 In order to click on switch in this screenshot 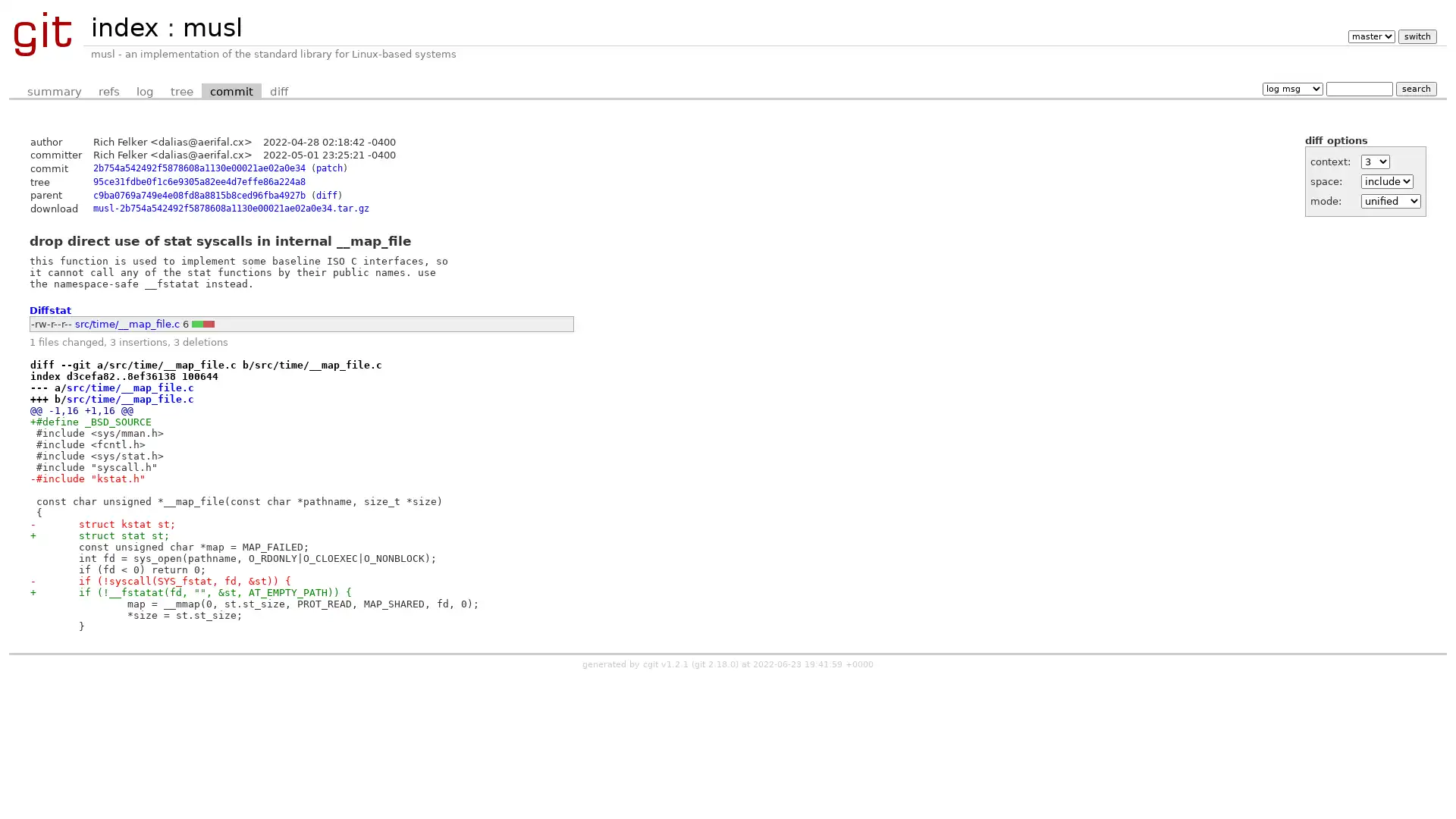, I will do `click(1416, 36)`.